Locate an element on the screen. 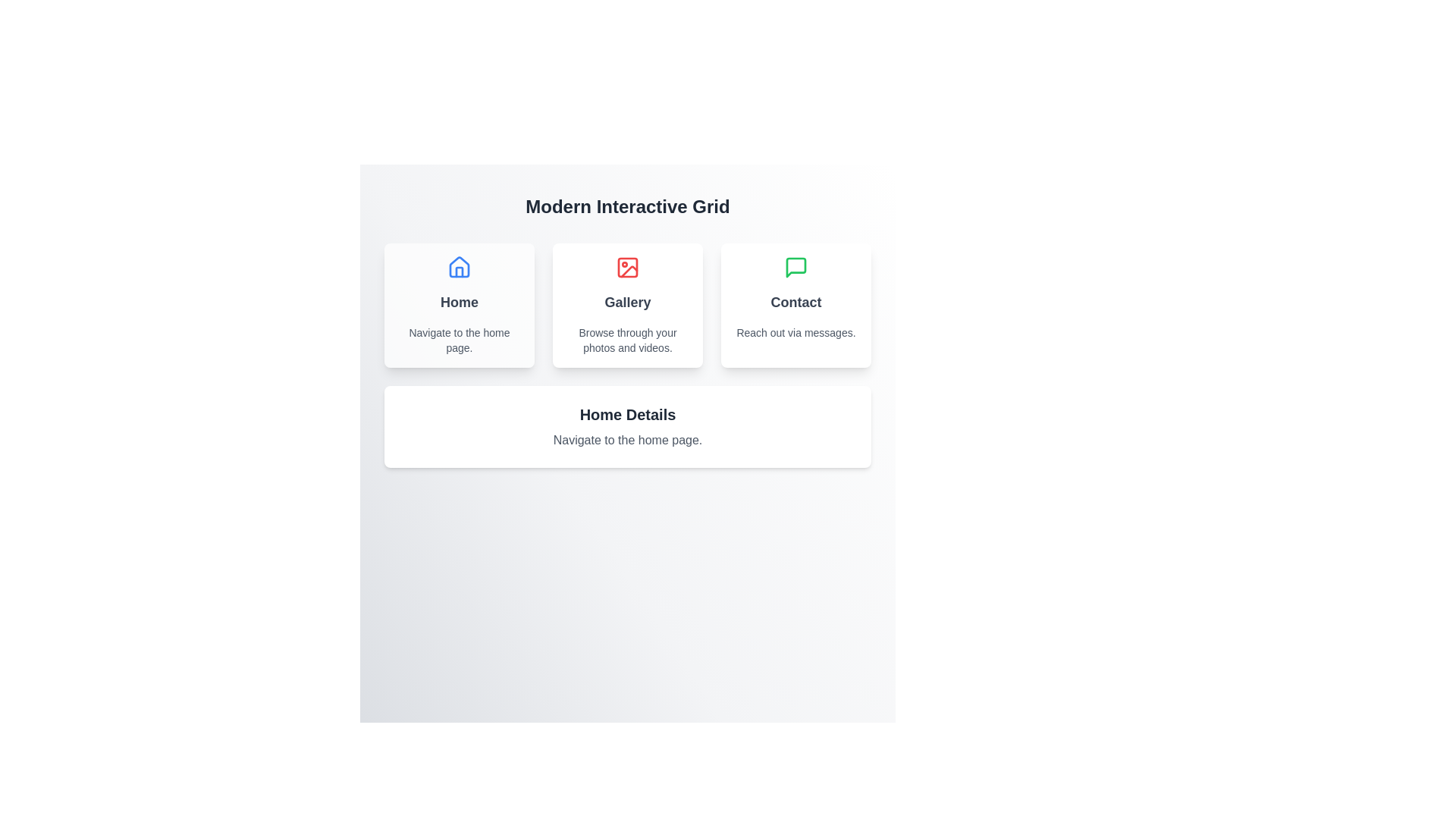 This screenshot has height=819, width=1456. Interactive card with text and icon, which serves as a contact option for users, located as the third card in a grid layout in the top-right corner is located at coordinates (795, 305).